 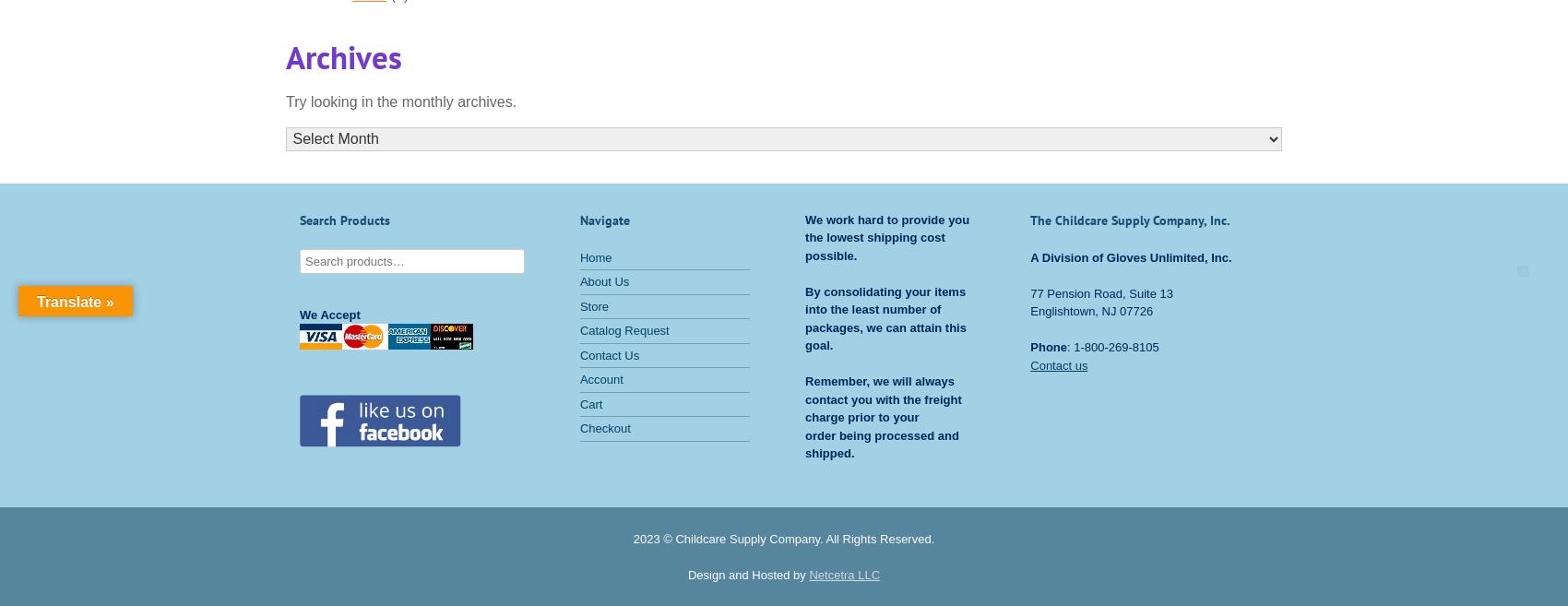 I want to click on 'Navigate', so click(x=604, y=220).